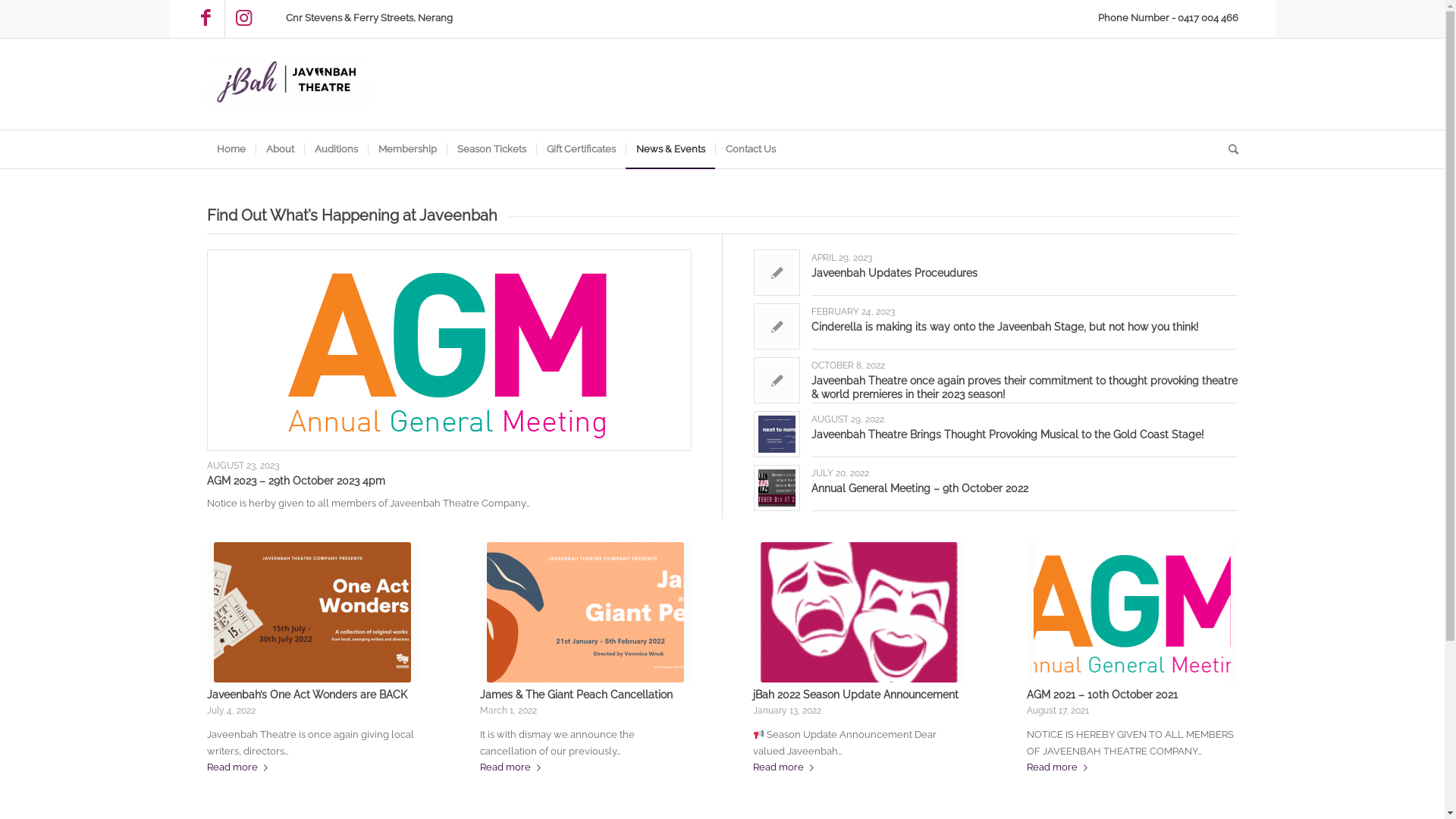  I want to click on 'Javeenbah Updates Proceudures', so click(811, 271).